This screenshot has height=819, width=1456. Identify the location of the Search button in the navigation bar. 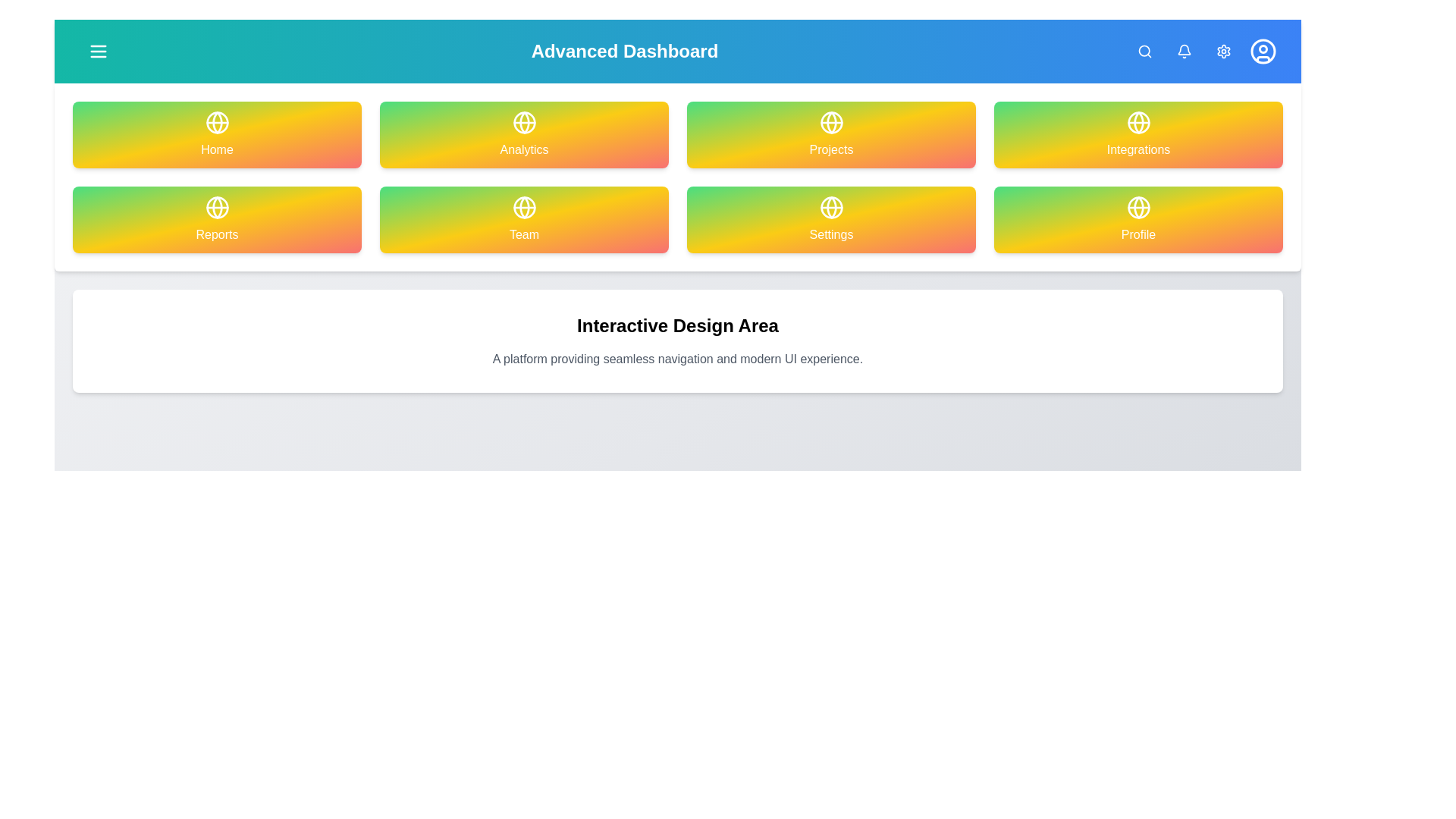
(1144, 51).